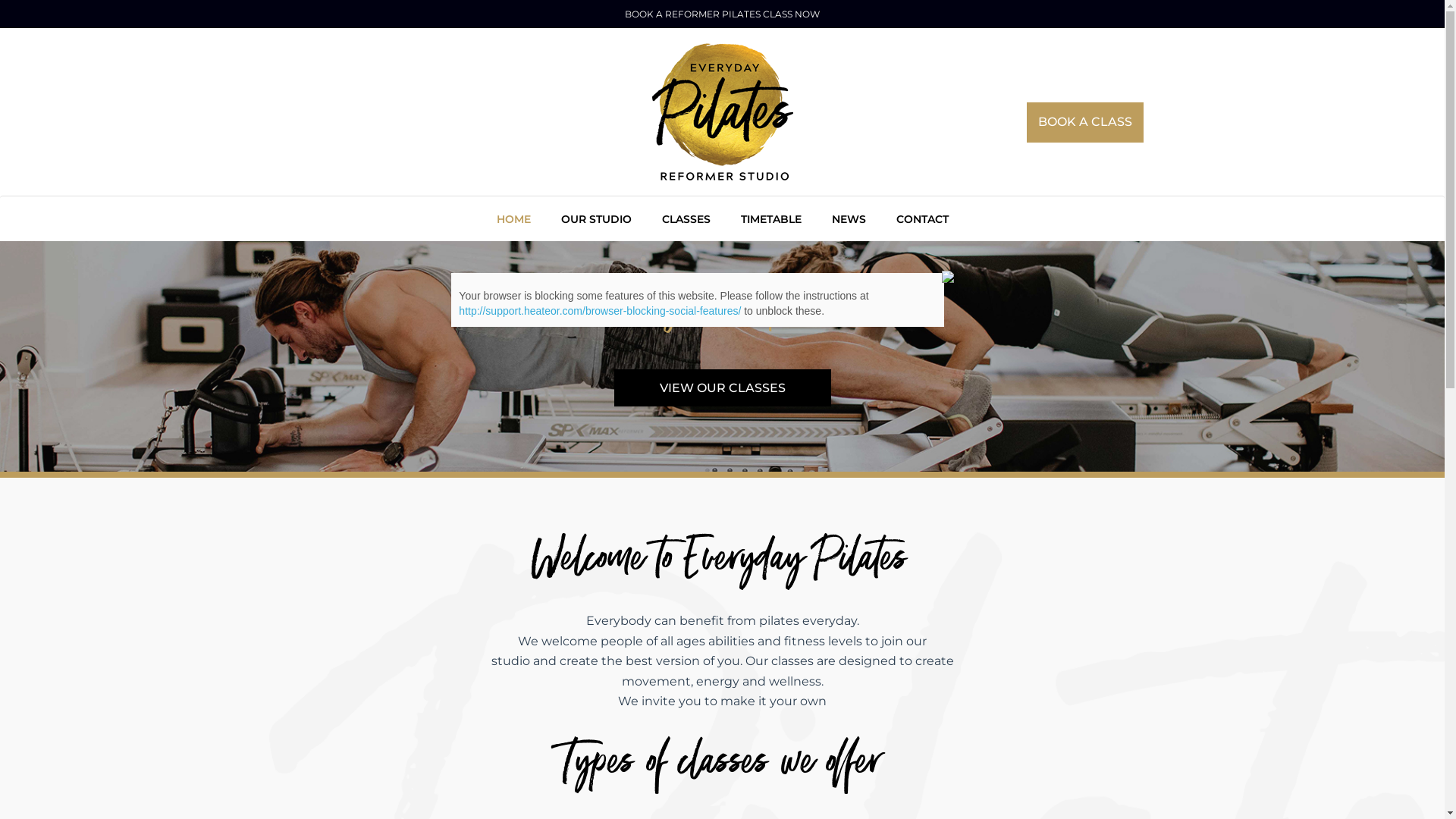 This screenshot has width=1456, height=819. What do you see at coordinates (722, 387) in the screenshot?
I see `'VIEW OUR CLASSES'` at bounding box center [722, 387].